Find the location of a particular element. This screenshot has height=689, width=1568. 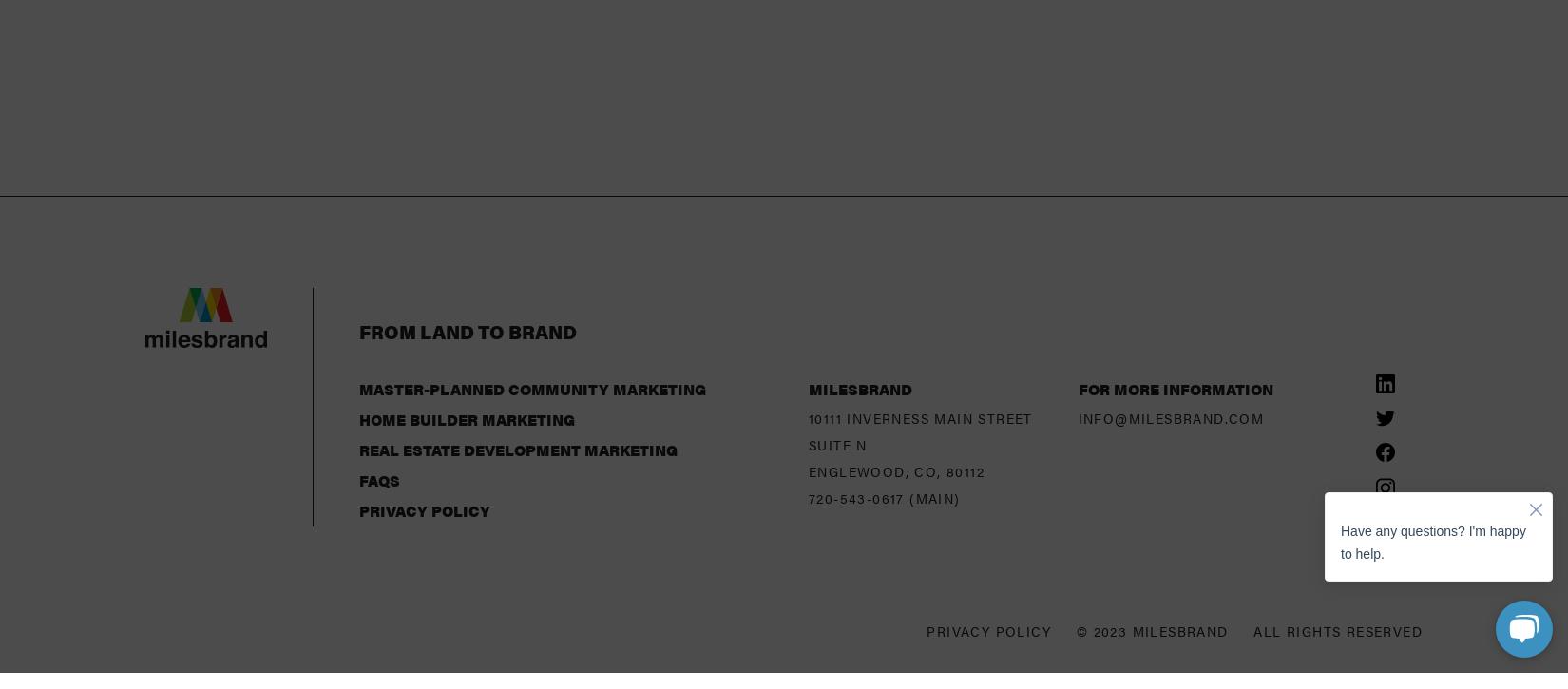

'10111 Inverness Main Street' is located at coordinates (920, 267).